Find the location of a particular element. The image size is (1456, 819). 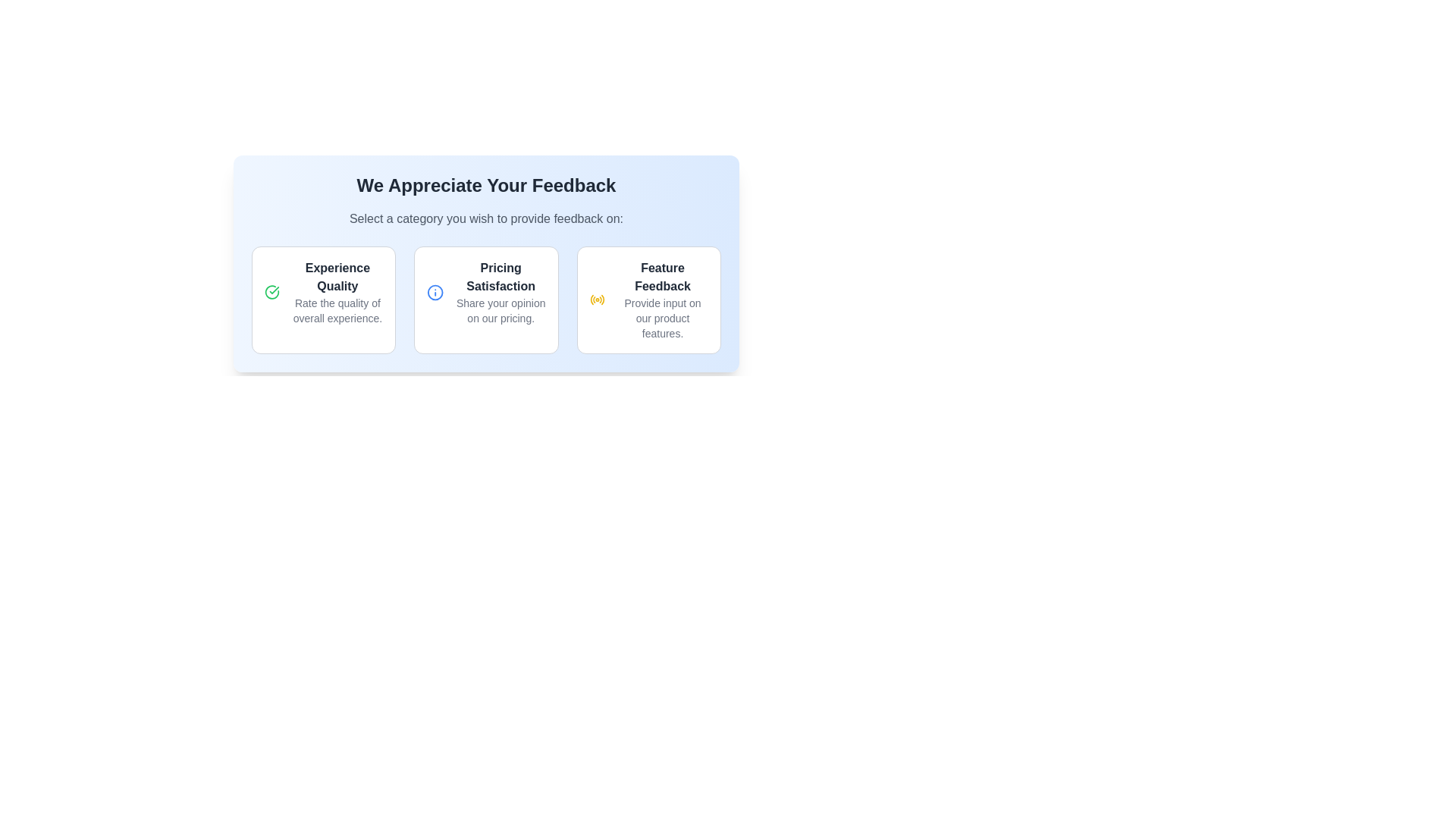

the first option in the feedback selection interface is located at coordinates (337, 292).